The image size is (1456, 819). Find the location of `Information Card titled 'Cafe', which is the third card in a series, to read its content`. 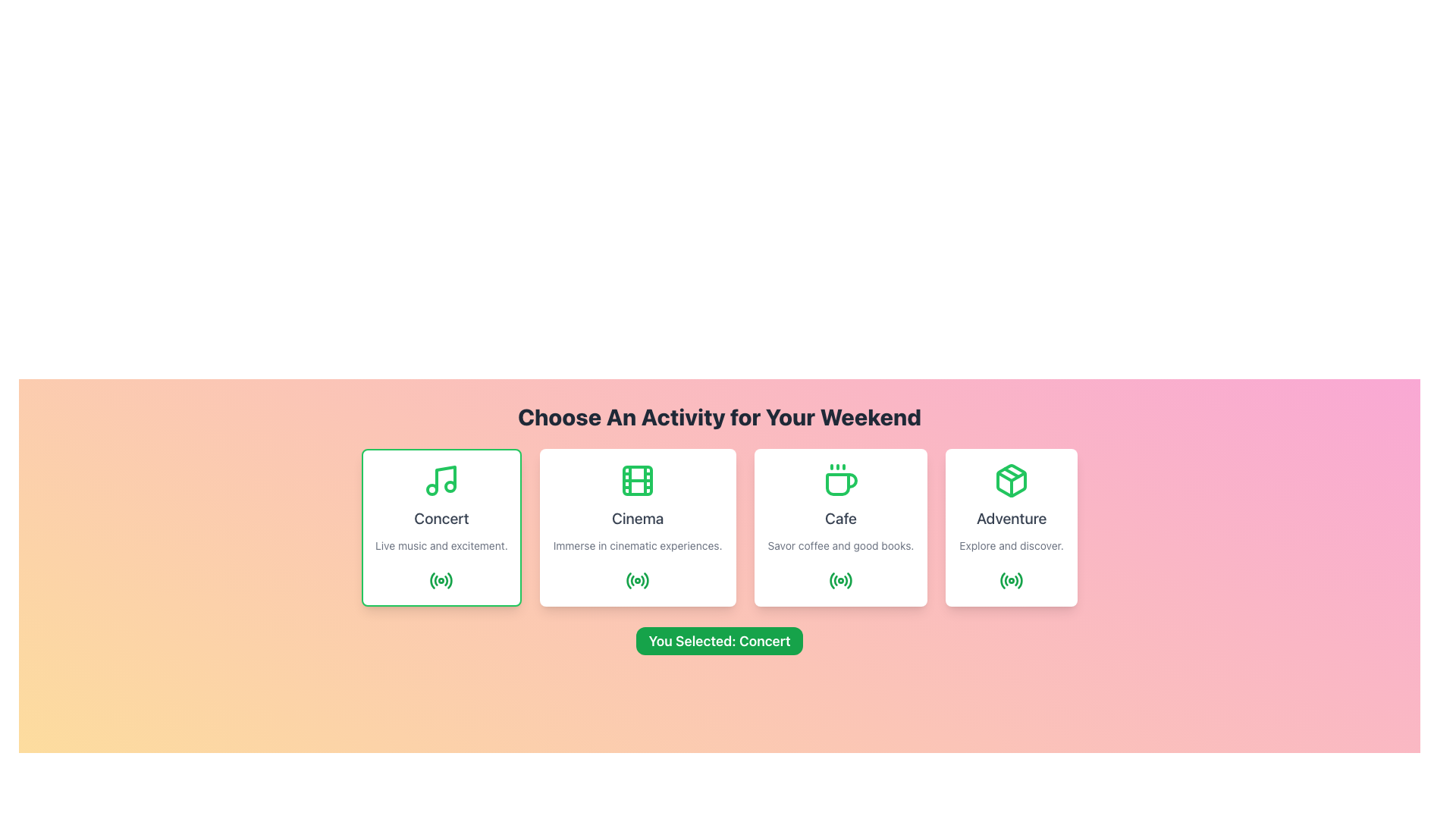

Information Card titled 'Cafe', which is the third card in a series, to read its content is located at coordinates (839, 526).